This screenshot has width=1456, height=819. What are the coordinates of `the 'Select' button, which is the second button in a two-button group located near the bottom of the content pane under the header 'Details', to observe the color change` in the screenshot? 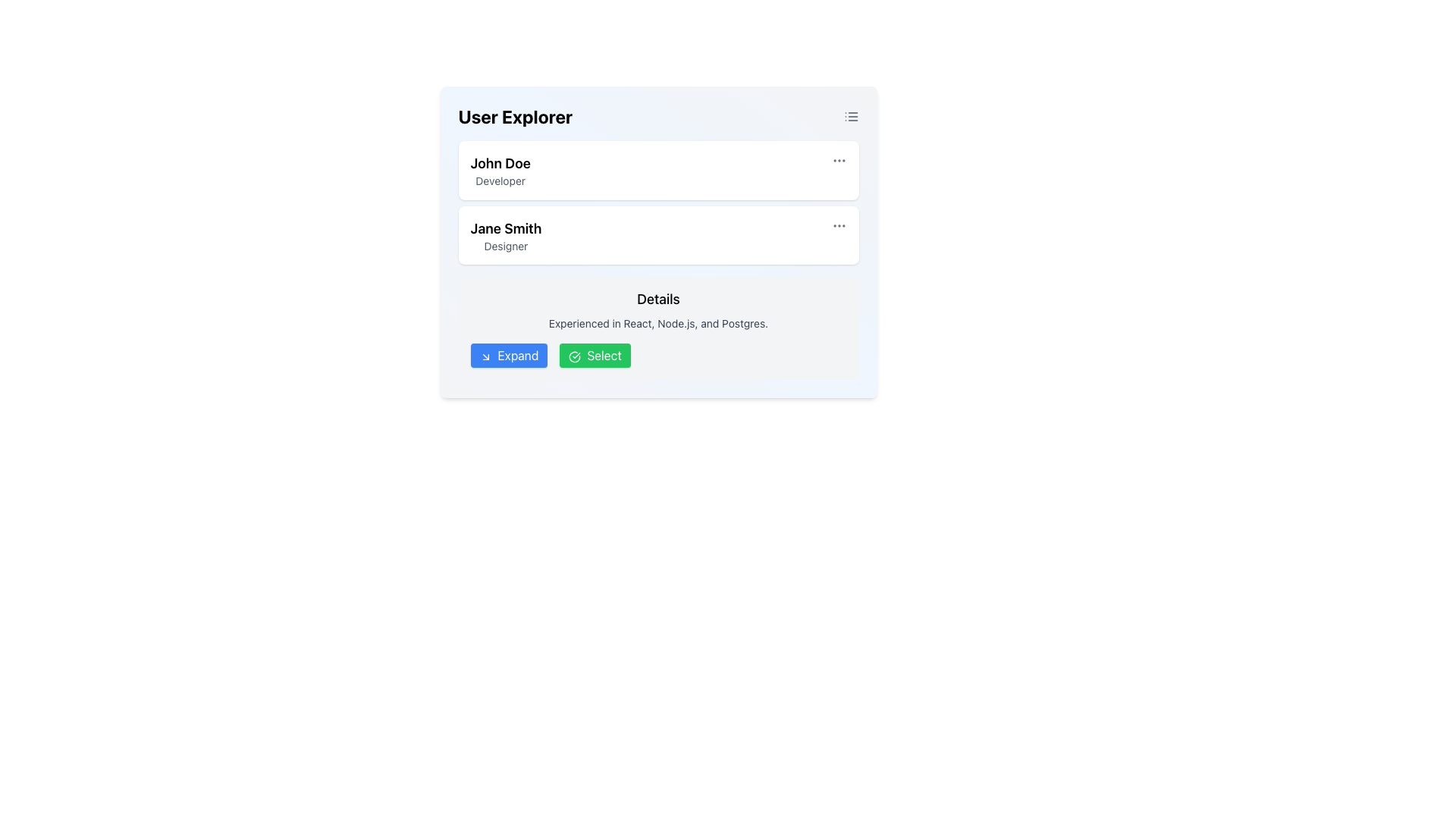 It's located at (595, 356).